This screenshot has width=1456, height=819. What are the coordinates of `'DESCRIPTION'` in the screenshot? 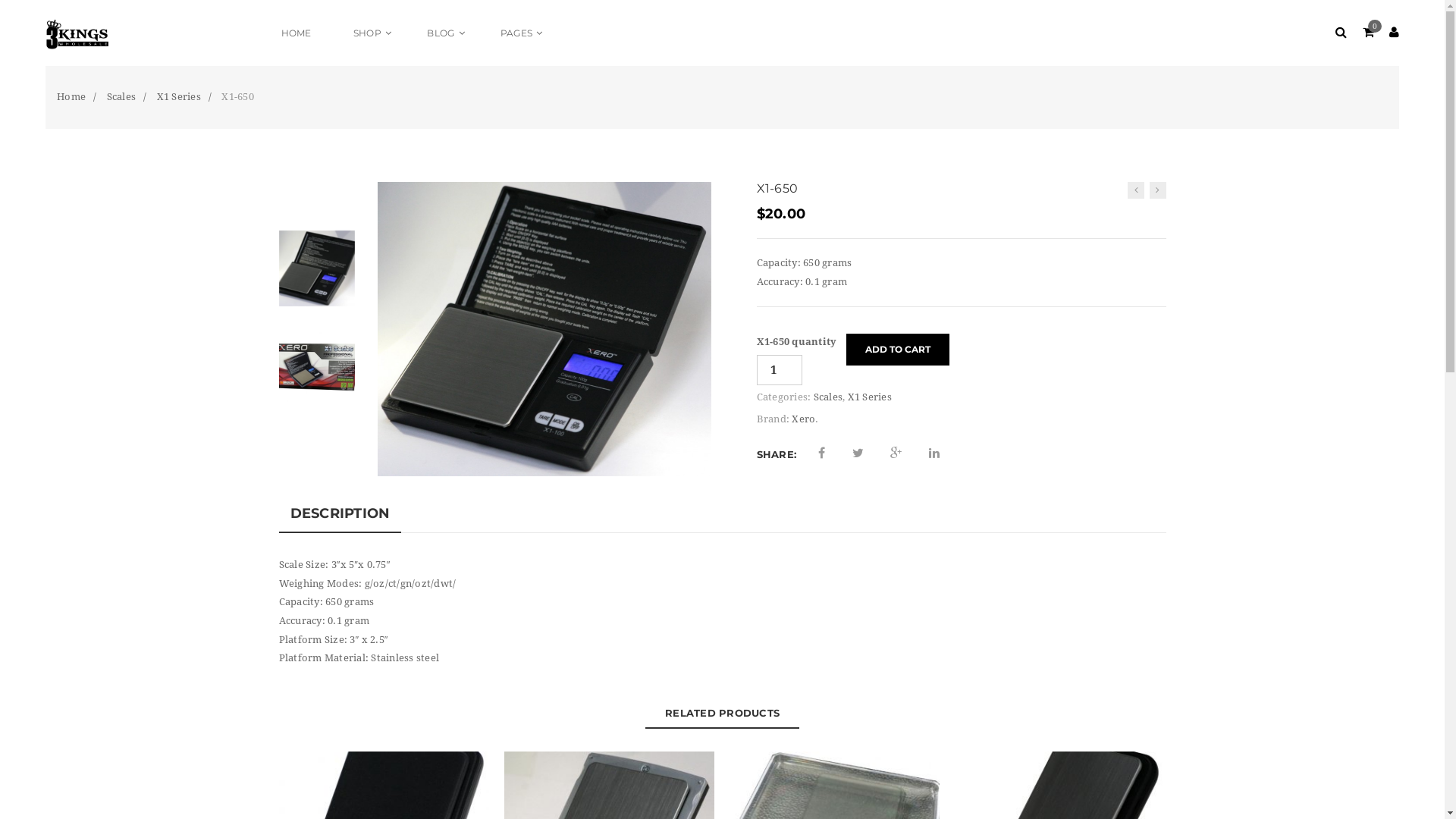 It's located at (279, 513).